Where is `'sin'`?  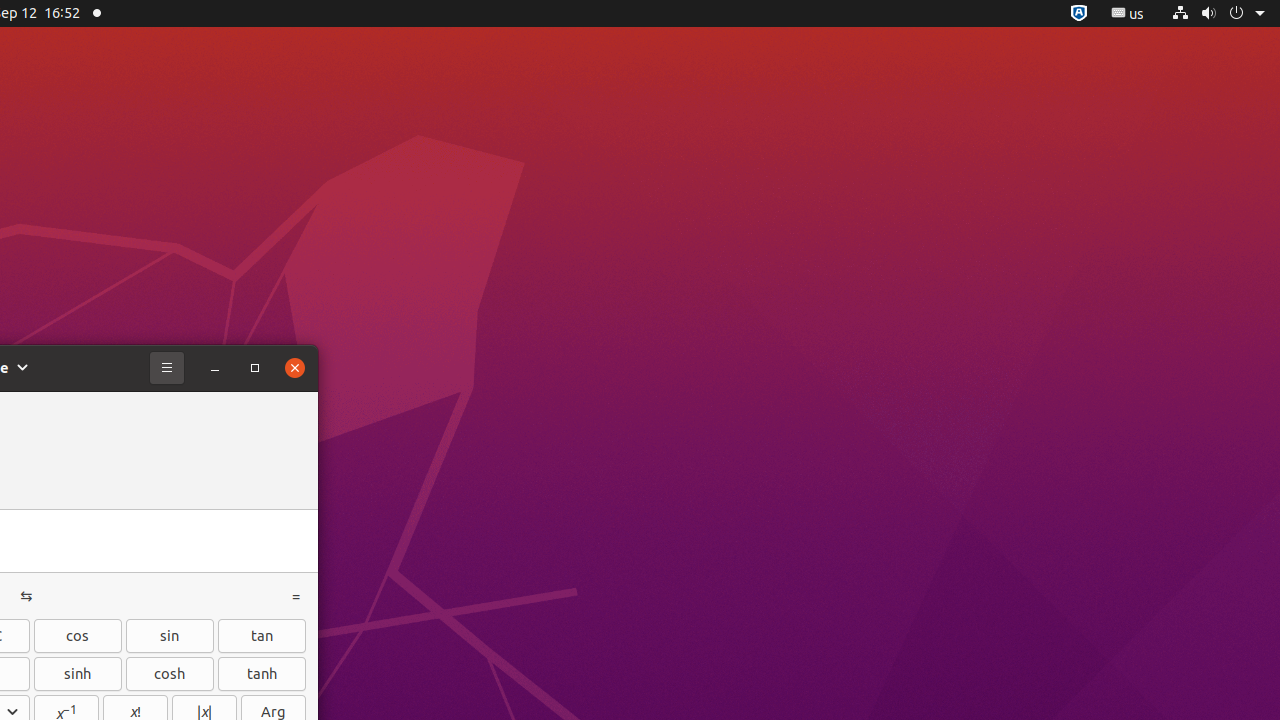
'sin' is located at coordinates (169, 635).